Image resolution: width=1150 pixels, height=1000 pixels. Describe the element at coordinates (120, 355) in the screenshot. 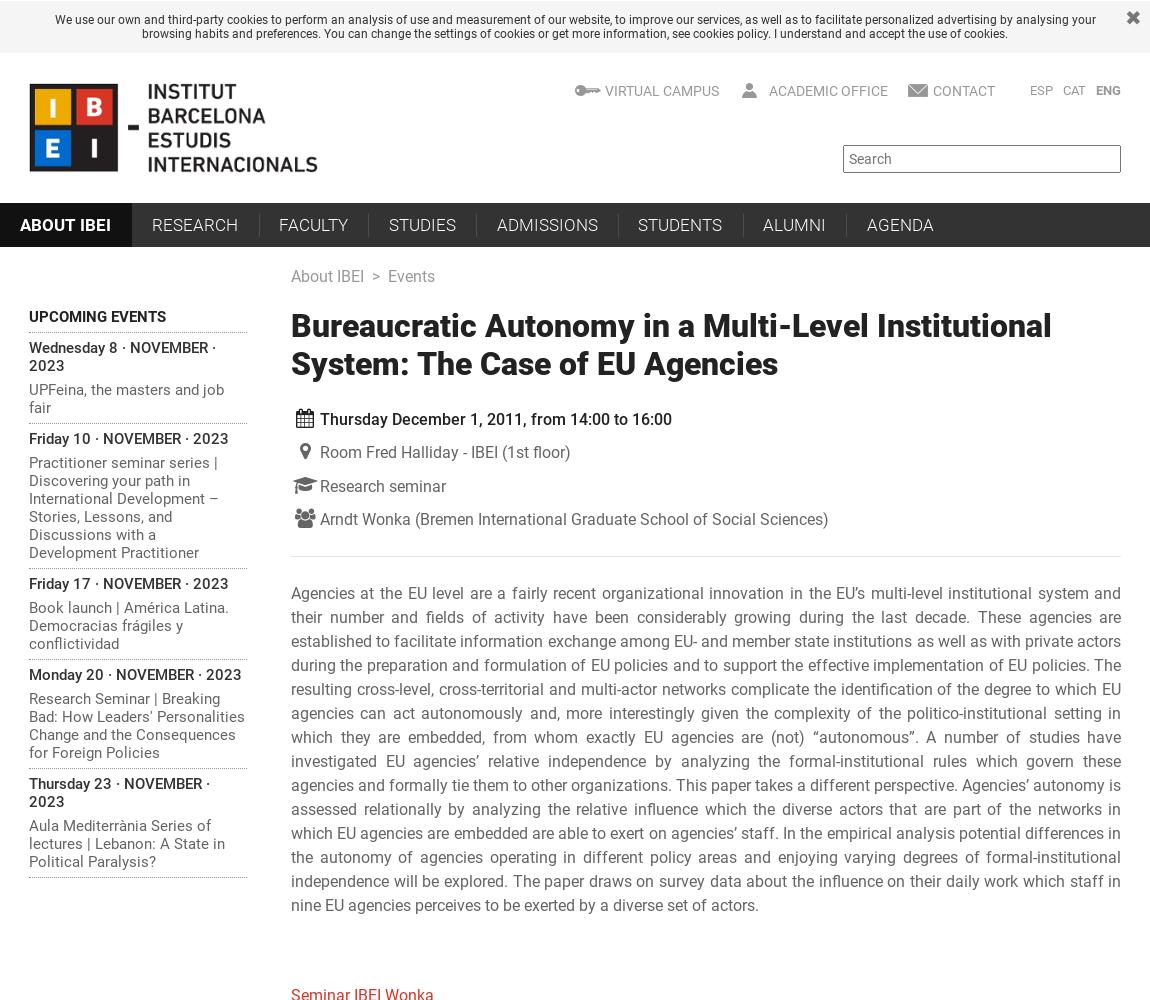

I see `'Wednesday 8 · NOVEMBER · 2023'` at that location.